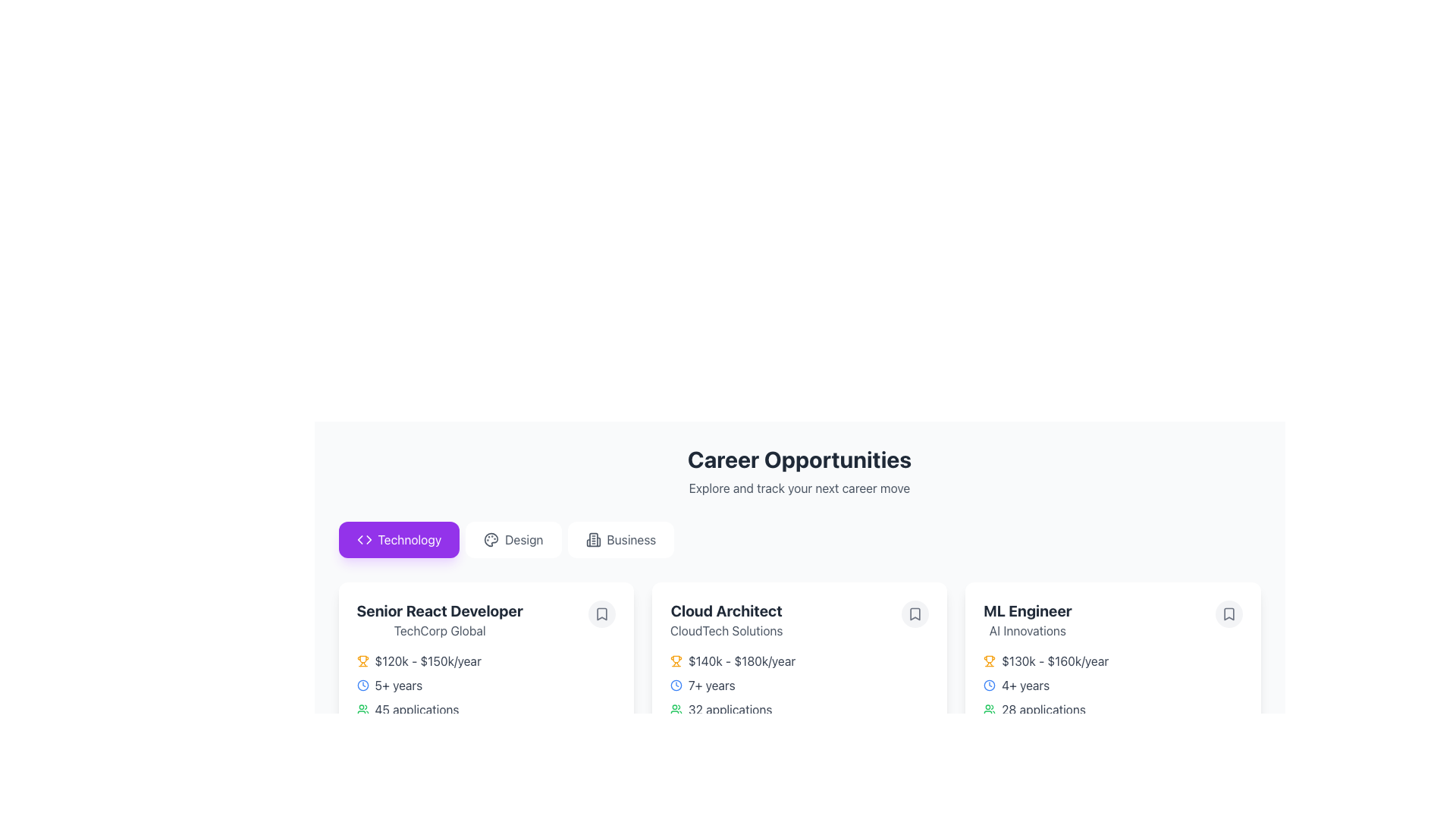  I want to click on the clock icon located to the left of the '7+ years' text within the 'Cloud Architect' job card, which represents time-related information, so click(675, 685).